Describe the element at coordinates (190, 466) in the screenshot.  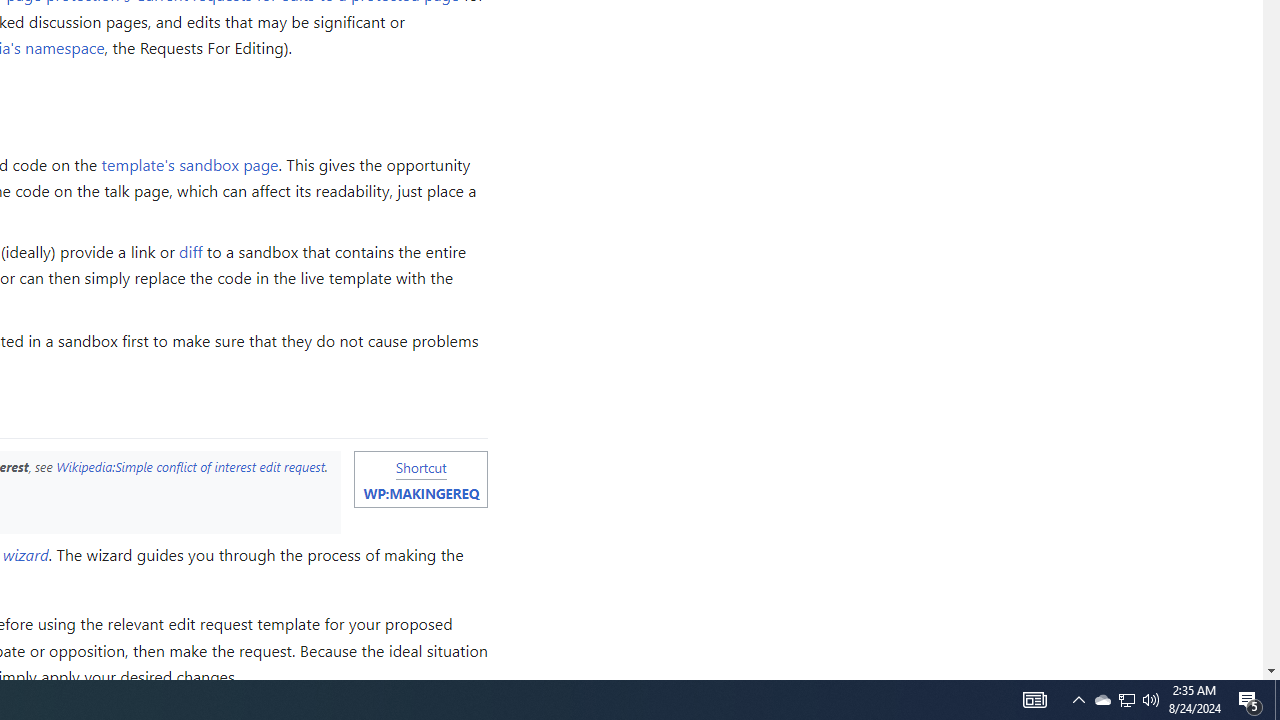
I see `'Wikipedia:Simple conflict of interest edit request'` at that location.